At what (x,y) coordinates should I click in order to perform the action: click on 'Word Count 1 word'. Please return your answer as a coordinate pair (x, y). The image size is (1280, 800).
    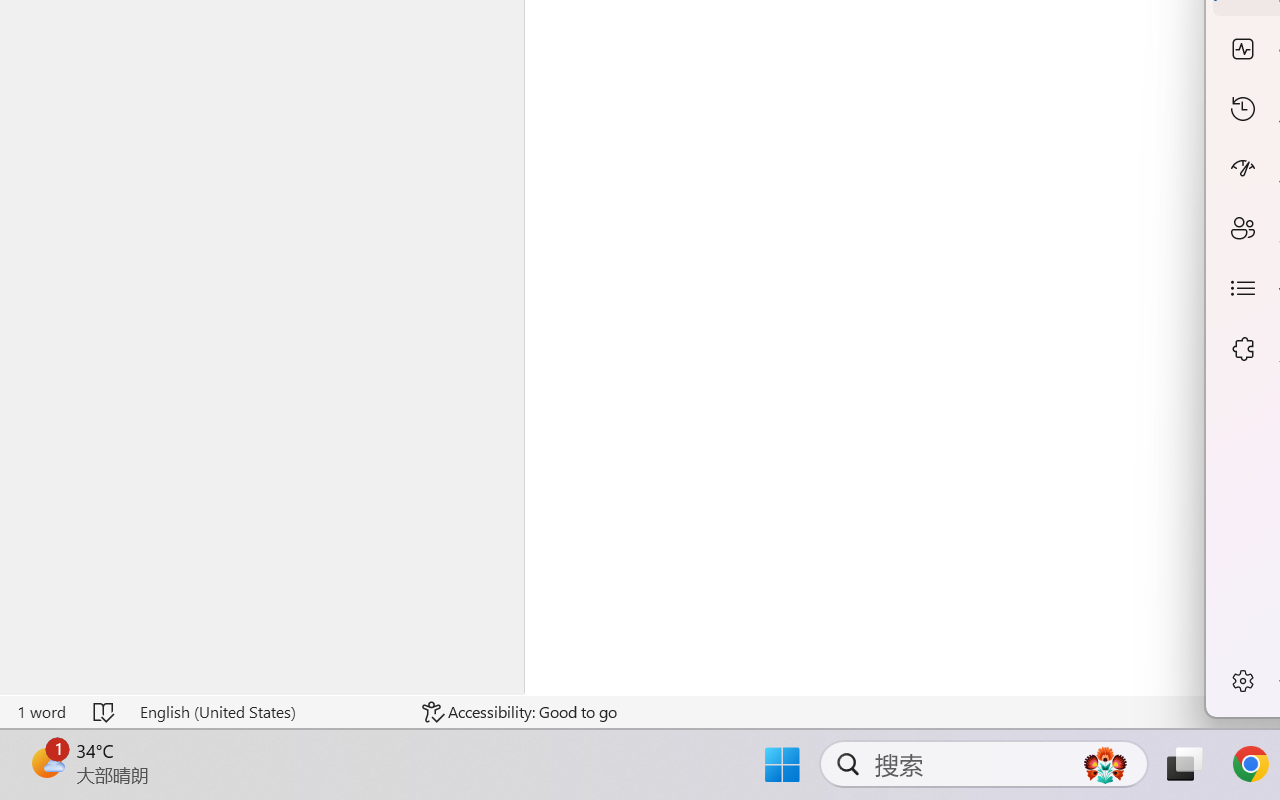
    Looking at the image, I should click on (41, 711).